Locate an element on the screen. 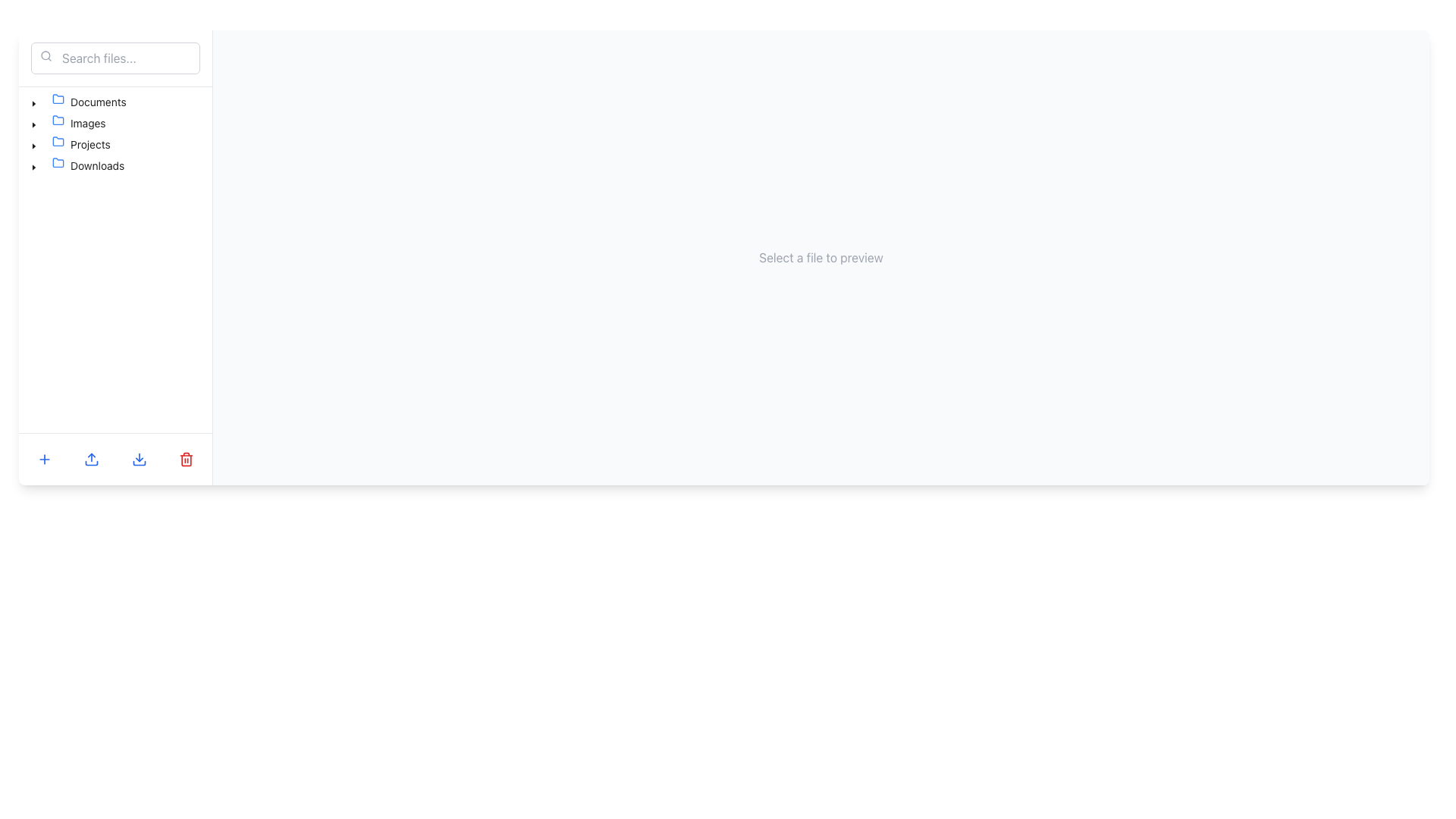 This screenshot has width=1456, height=819. the blue folder icon located in the sidebar to the left of the 'Documents' label is located at coordinates (58, 99).